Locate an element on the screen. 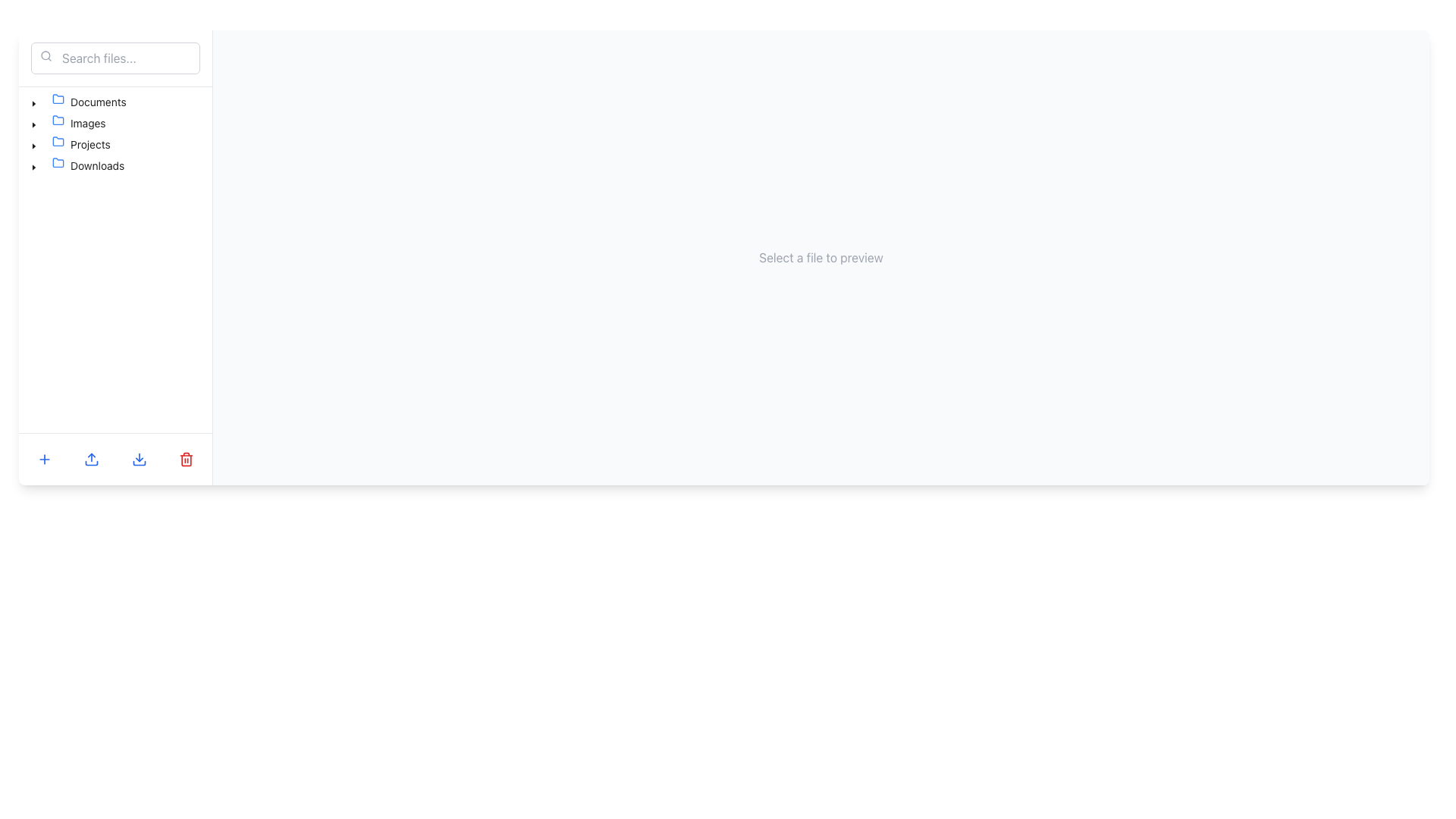 This screenshot has width=1456, height=819. the blue folder icon located in the sidebar to the left of the 'Documents' label is located at coordinates (58, 99).